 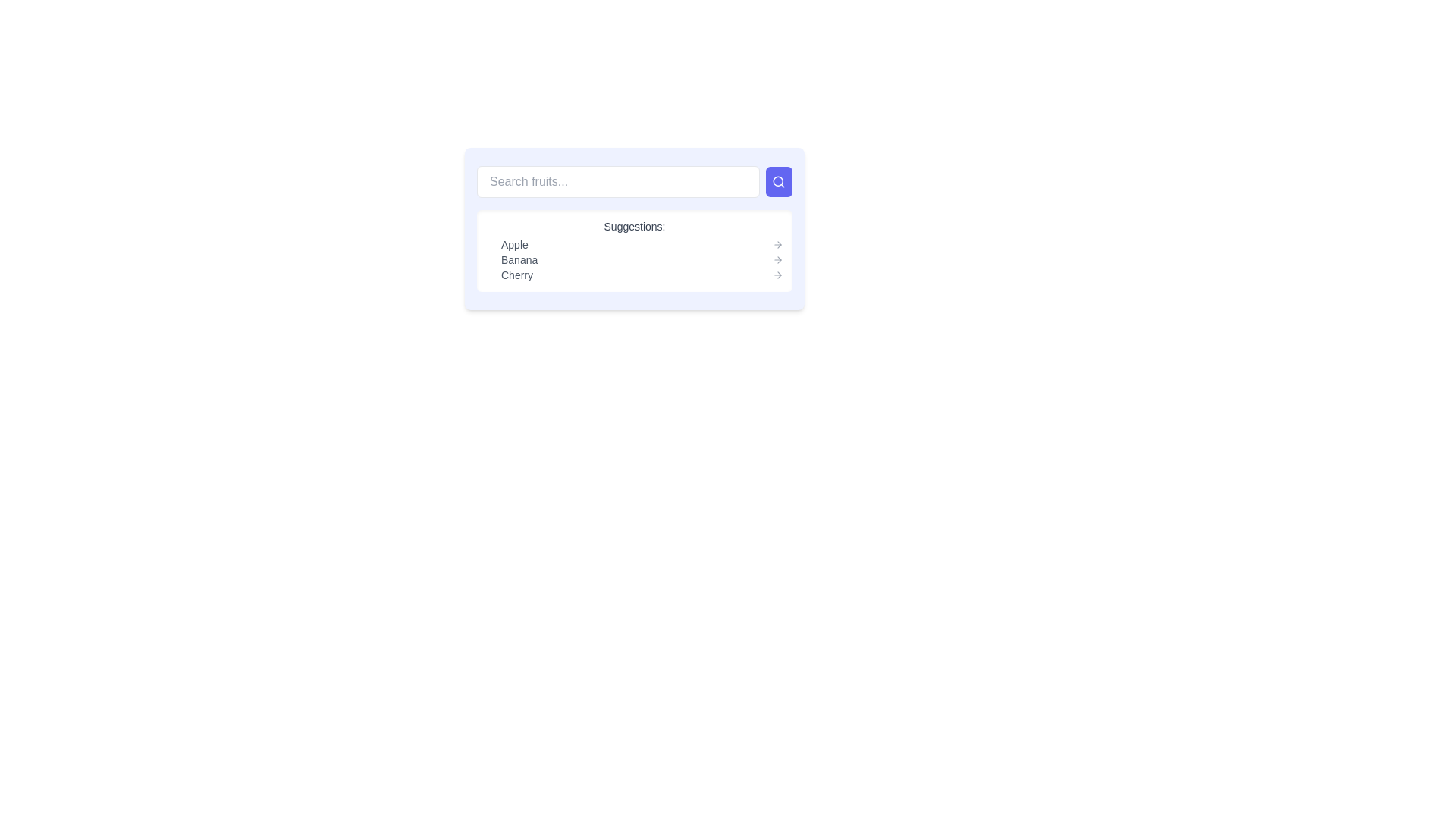 I want to click on the arrow icon located to the right of the 'Apple' text in the suggestions list, so click(x=778, y=244).